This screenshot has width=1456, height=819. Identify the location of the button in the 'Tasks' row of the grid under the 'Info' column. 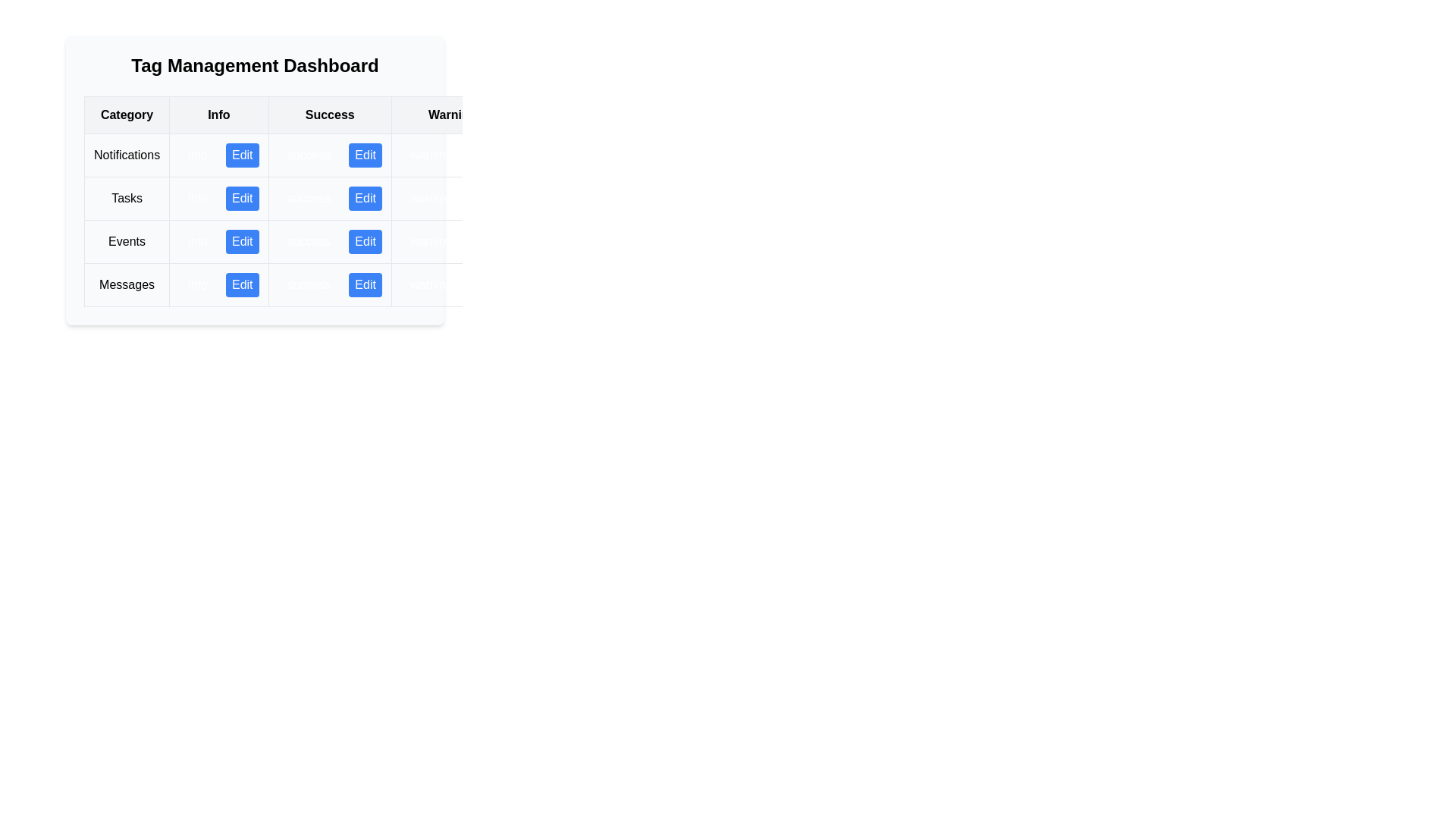
(241, 198).